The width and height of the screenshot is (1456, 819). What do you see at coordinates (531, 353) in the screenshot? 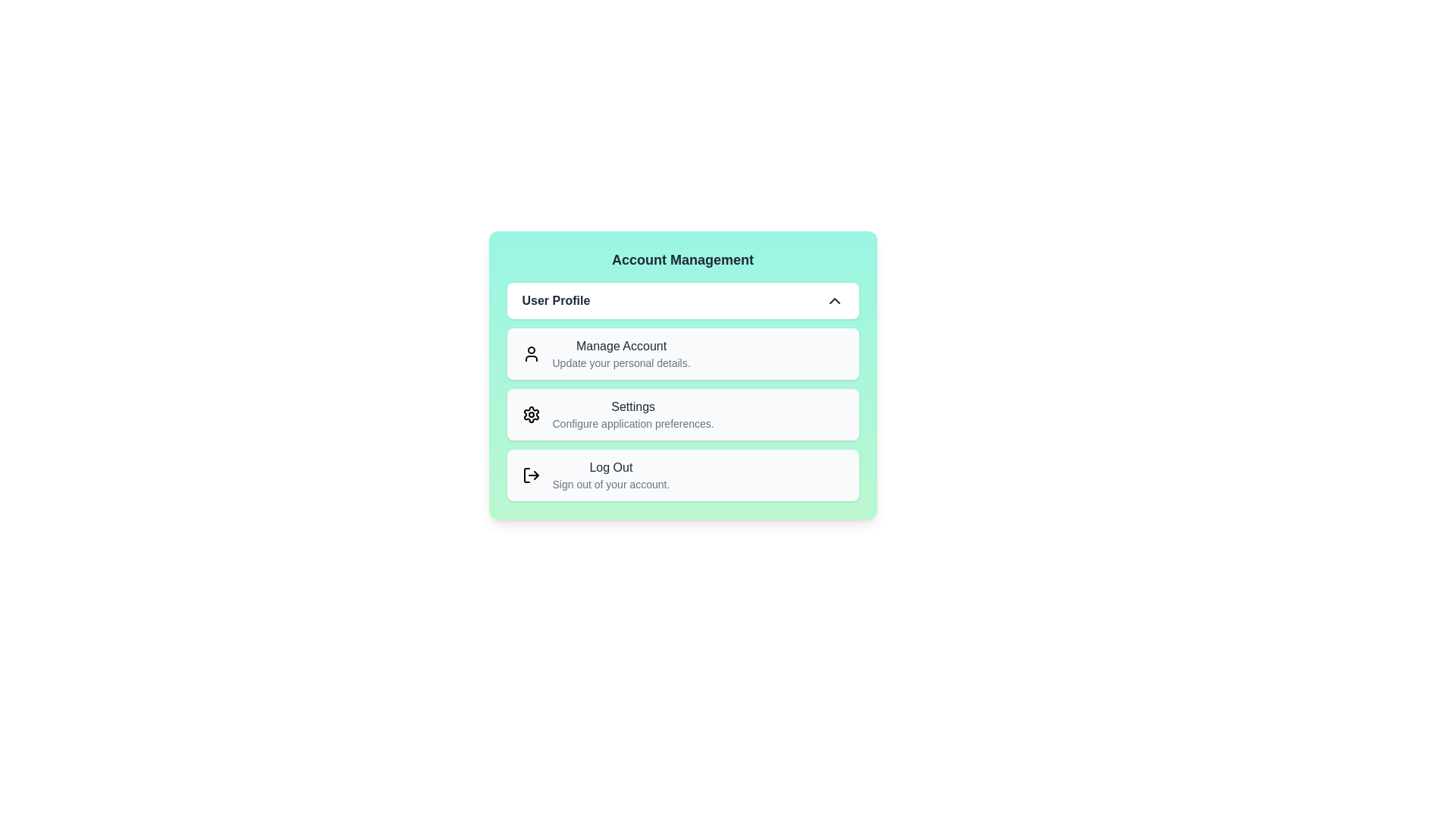
I see `the icon corresponding to the menu item Manage Account` at bounding box center [531, 353].